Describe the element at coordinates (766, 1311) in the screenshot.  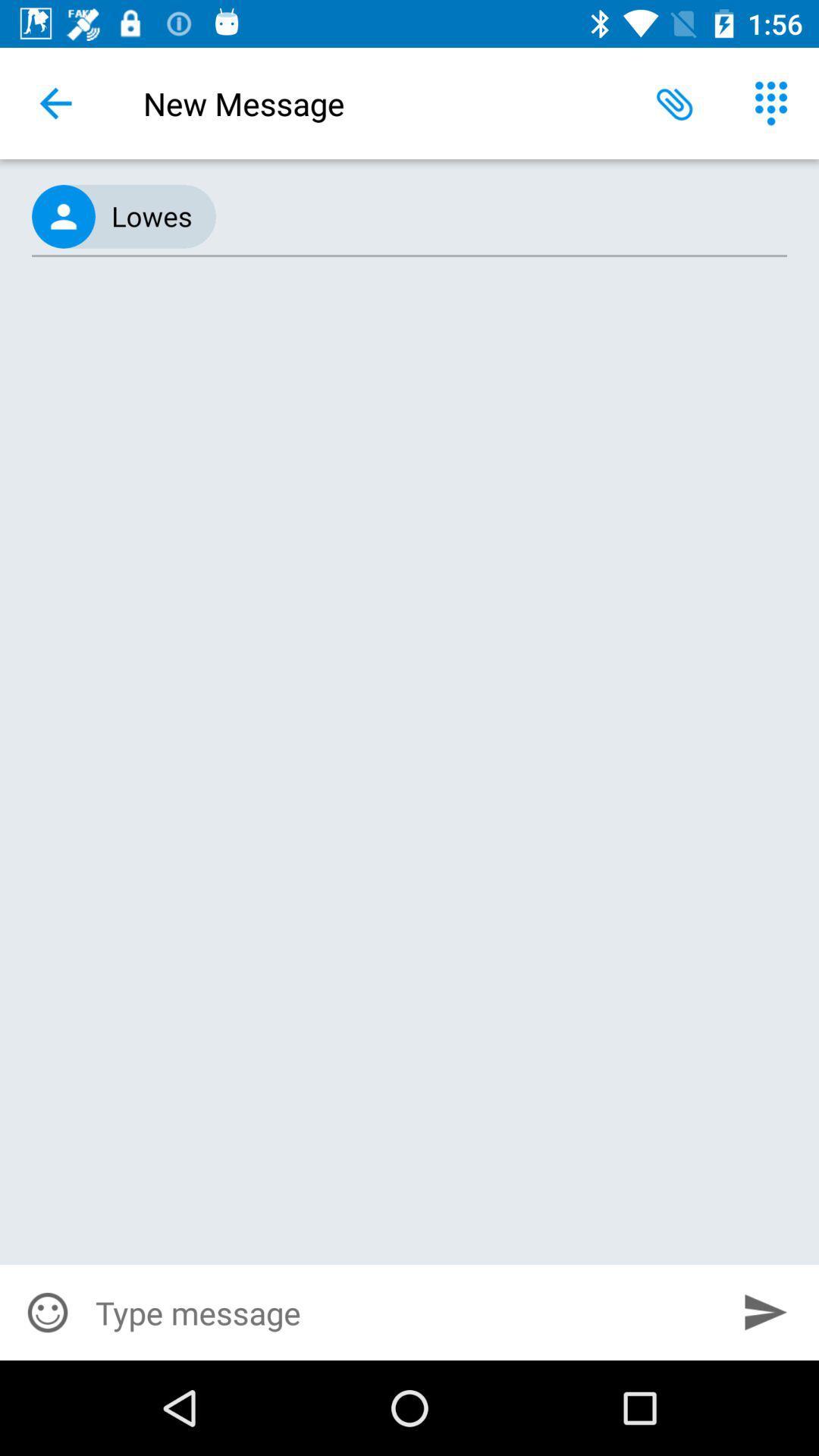
I see `the item at the bottom right corner` at that location.